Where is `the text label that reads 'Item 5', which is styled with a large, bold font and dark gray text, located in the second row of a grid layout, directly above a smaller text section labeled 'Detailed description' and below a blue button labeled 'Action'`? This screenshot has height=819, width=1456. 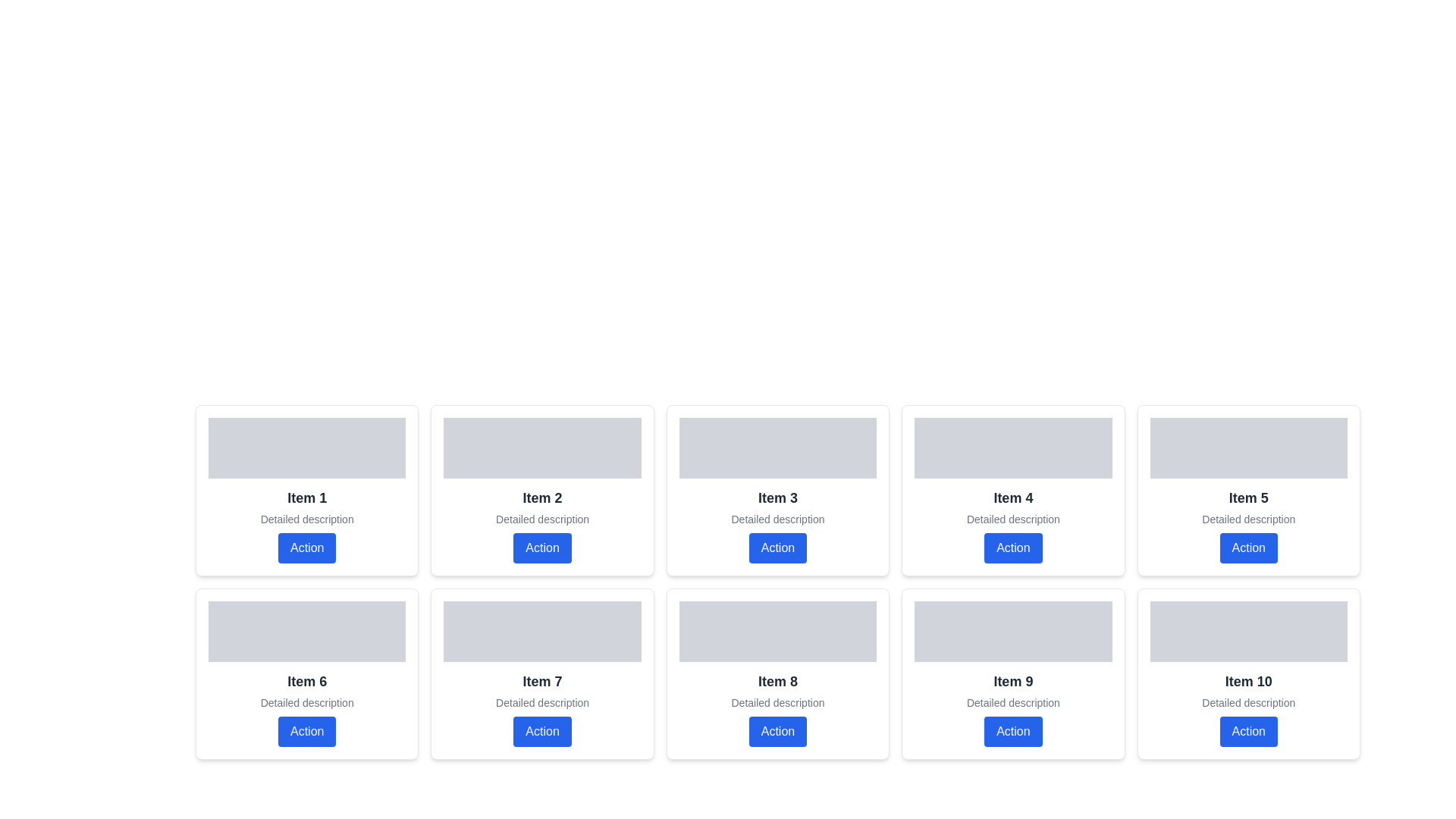
the text label that reads 'Item 5', which is styled with a large, bold font and dark gray text, located in the second row of a grid layout, directly above a smaller text section labeled 'Detailed description' and below a blue button labeled 'Action' is located at coordinates (1248, 497).